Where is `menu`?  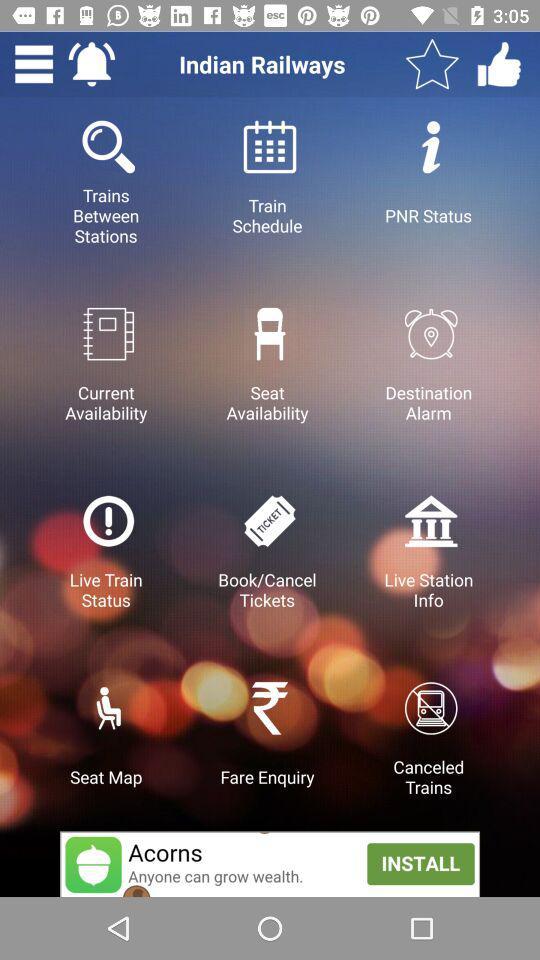 menu is located at coordinates (33, 64).